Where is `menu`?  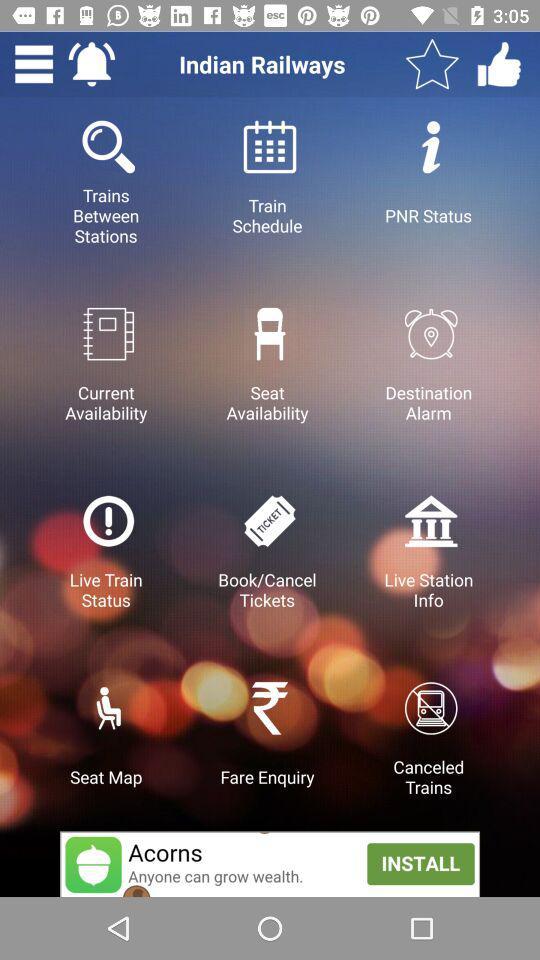 menu is located at coordinates (33, 64).